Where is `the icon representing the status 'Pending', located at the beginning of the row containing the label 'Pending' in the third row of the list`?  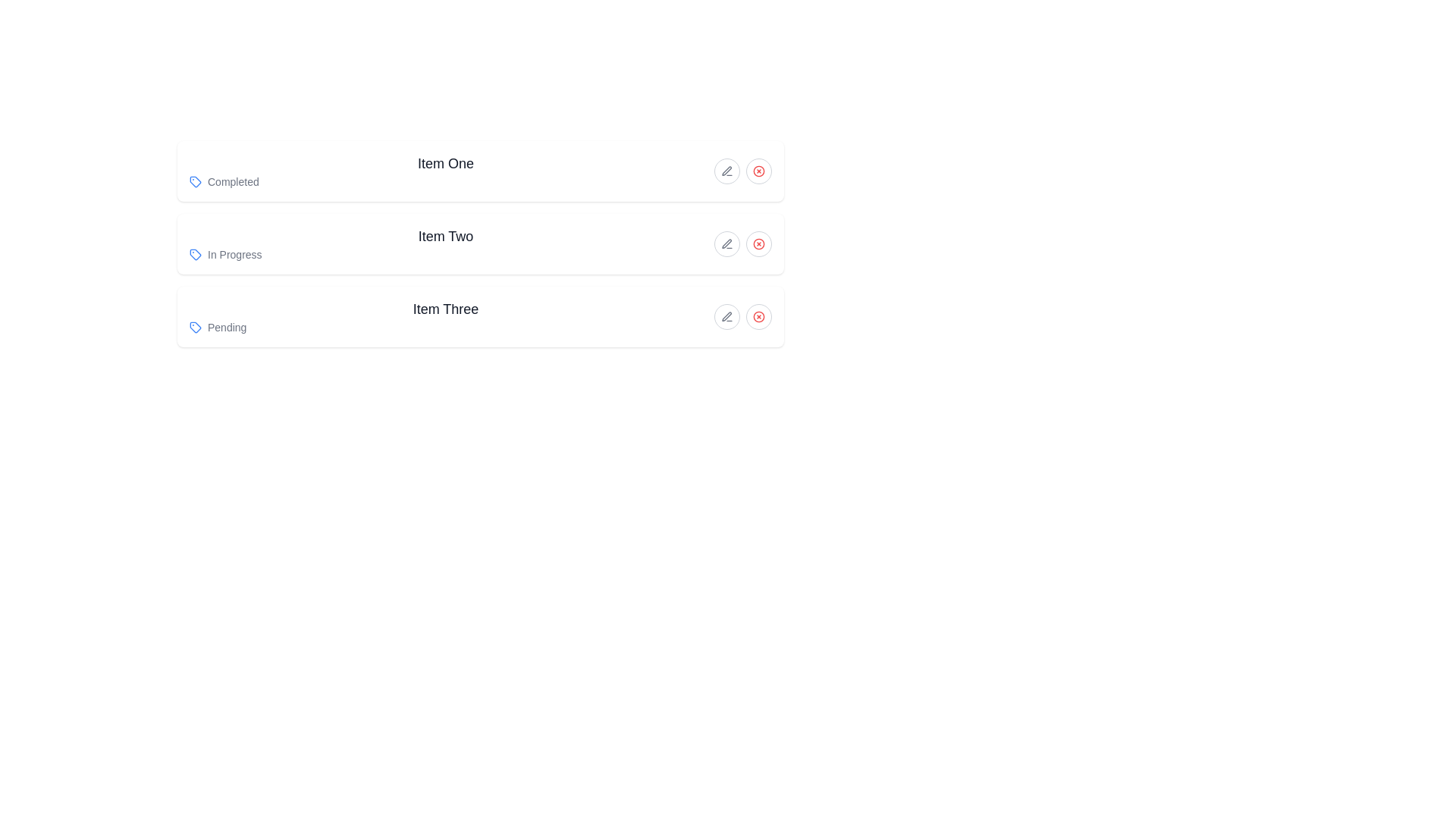 the icon representing the status 'Pending', located at the beginning of the row containing the label 'Pending' in the third row of the list is located at coordinates (195, 327).